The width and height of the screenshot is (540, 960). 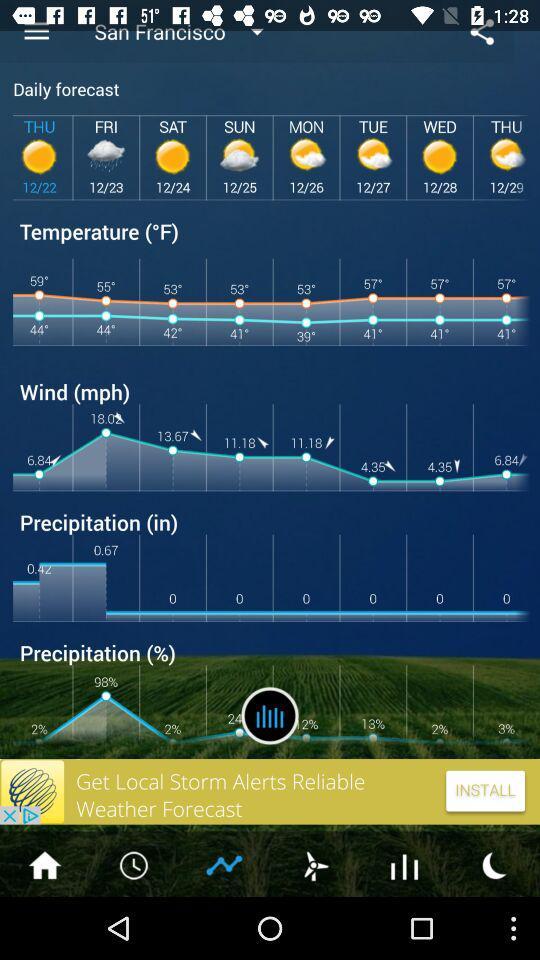 What do you see at coordinates (270, 765) in the screenshot?
I see `the pause icon` at bounding box center [270, 765].